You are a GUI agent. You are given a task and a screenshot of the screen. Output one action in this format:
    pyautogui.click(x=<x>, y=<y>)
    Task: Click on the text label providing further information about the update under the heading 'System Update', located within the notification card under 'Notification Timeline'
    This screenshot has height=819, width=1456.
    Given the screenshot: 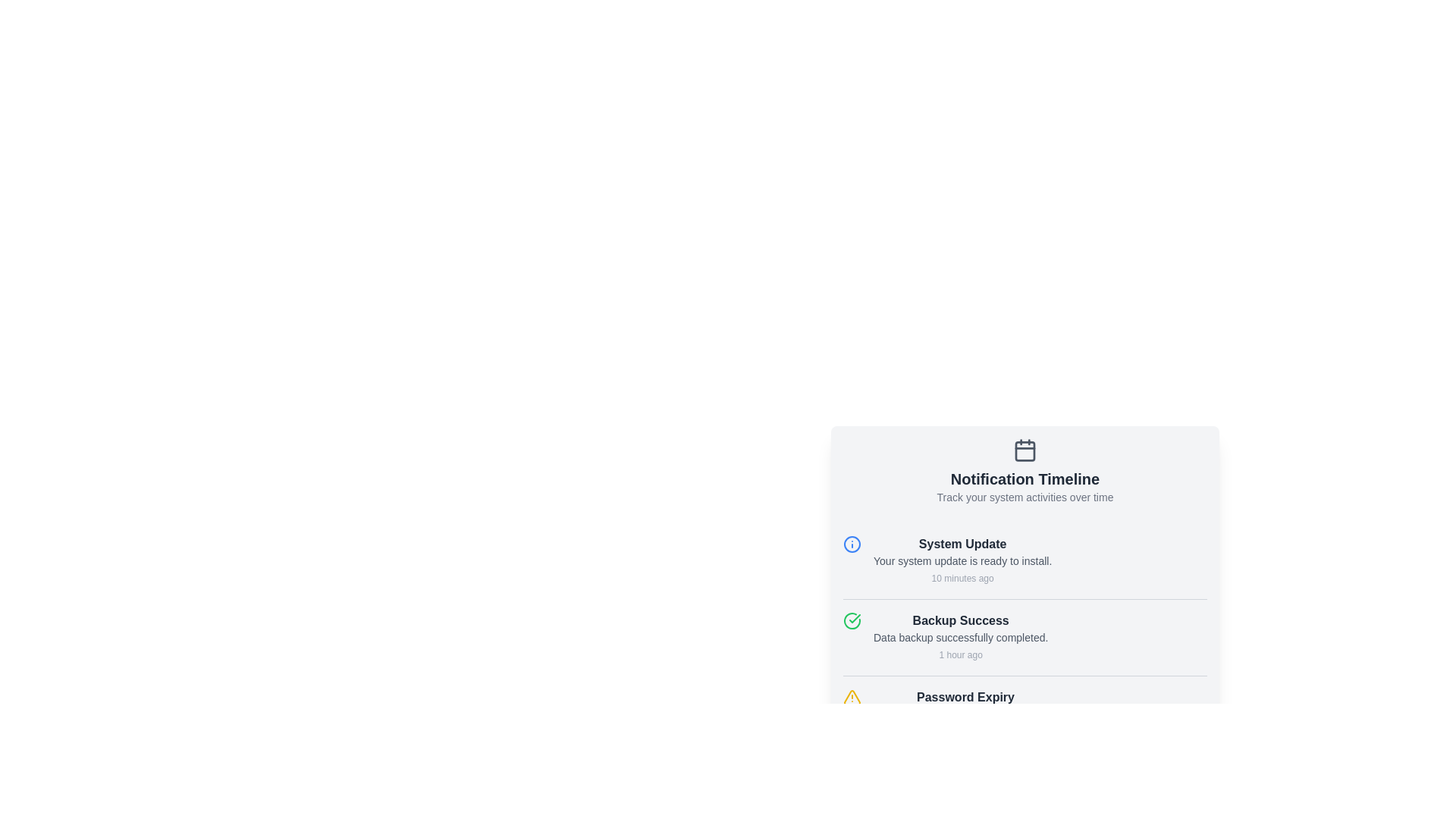 What is the action you would take?
    pyautogui.click(x=962, y=561)
    